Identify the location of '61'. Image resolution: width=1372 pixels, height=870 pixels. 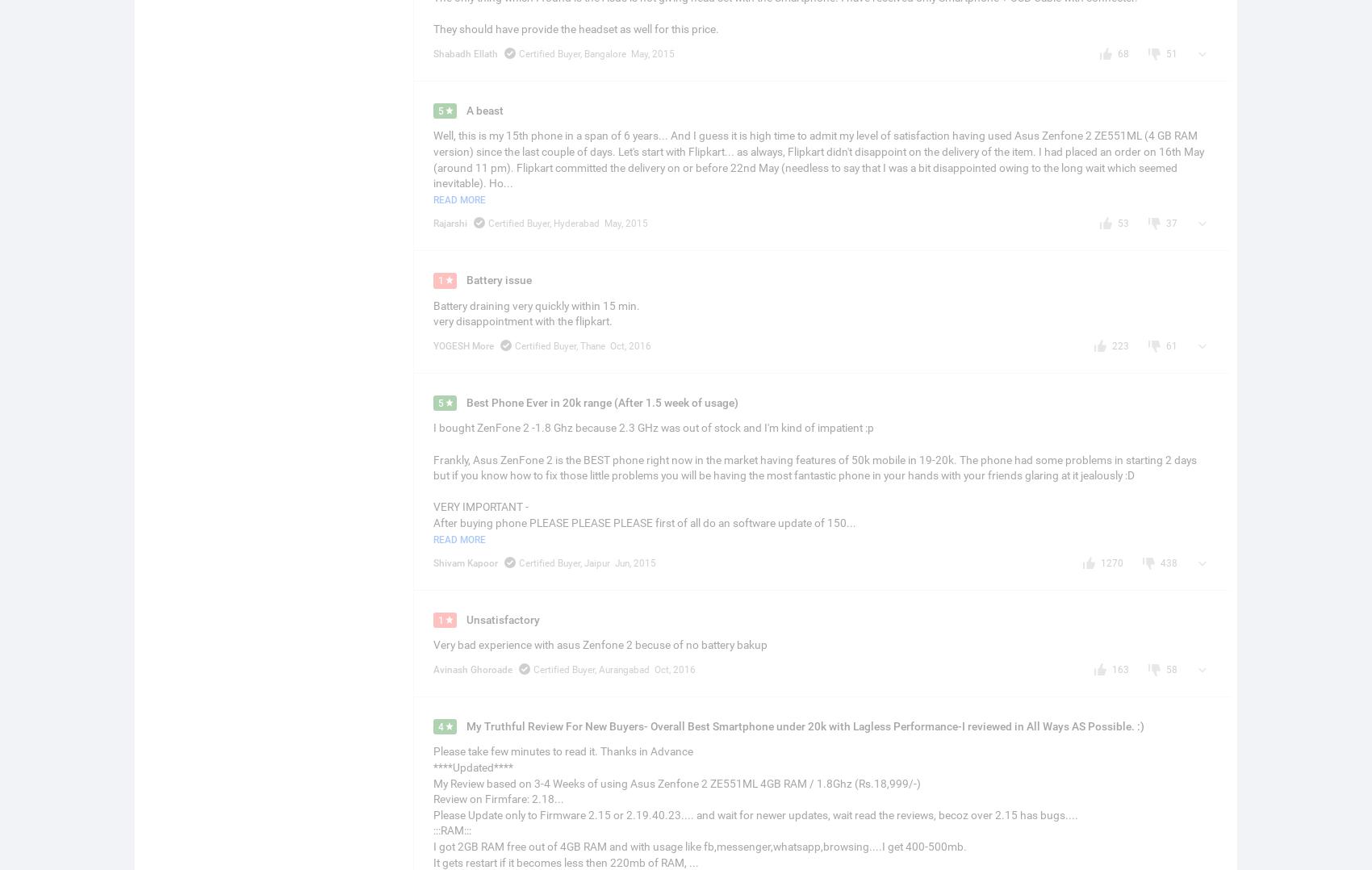
(1165, 345).